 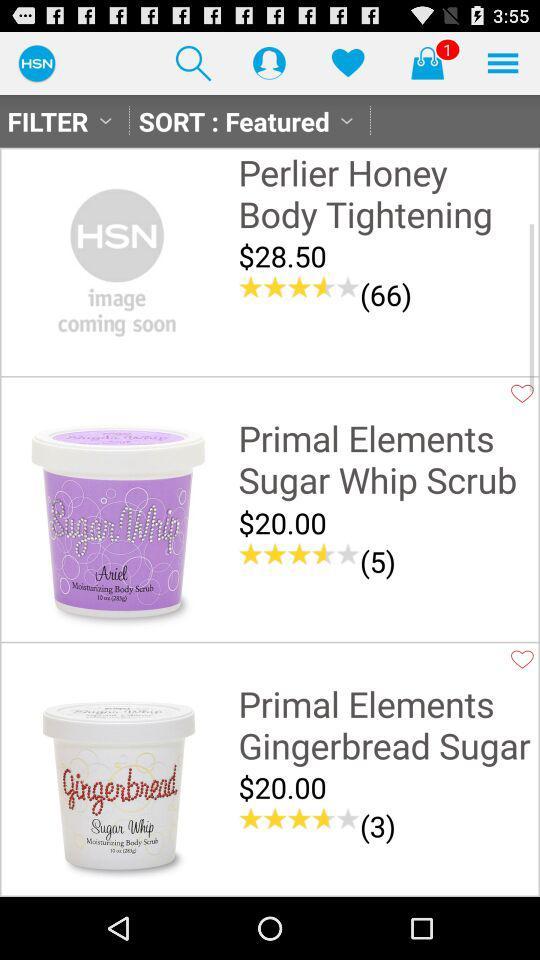 I want to click on the item above sort : featured icon, so click(x=193, y=62).